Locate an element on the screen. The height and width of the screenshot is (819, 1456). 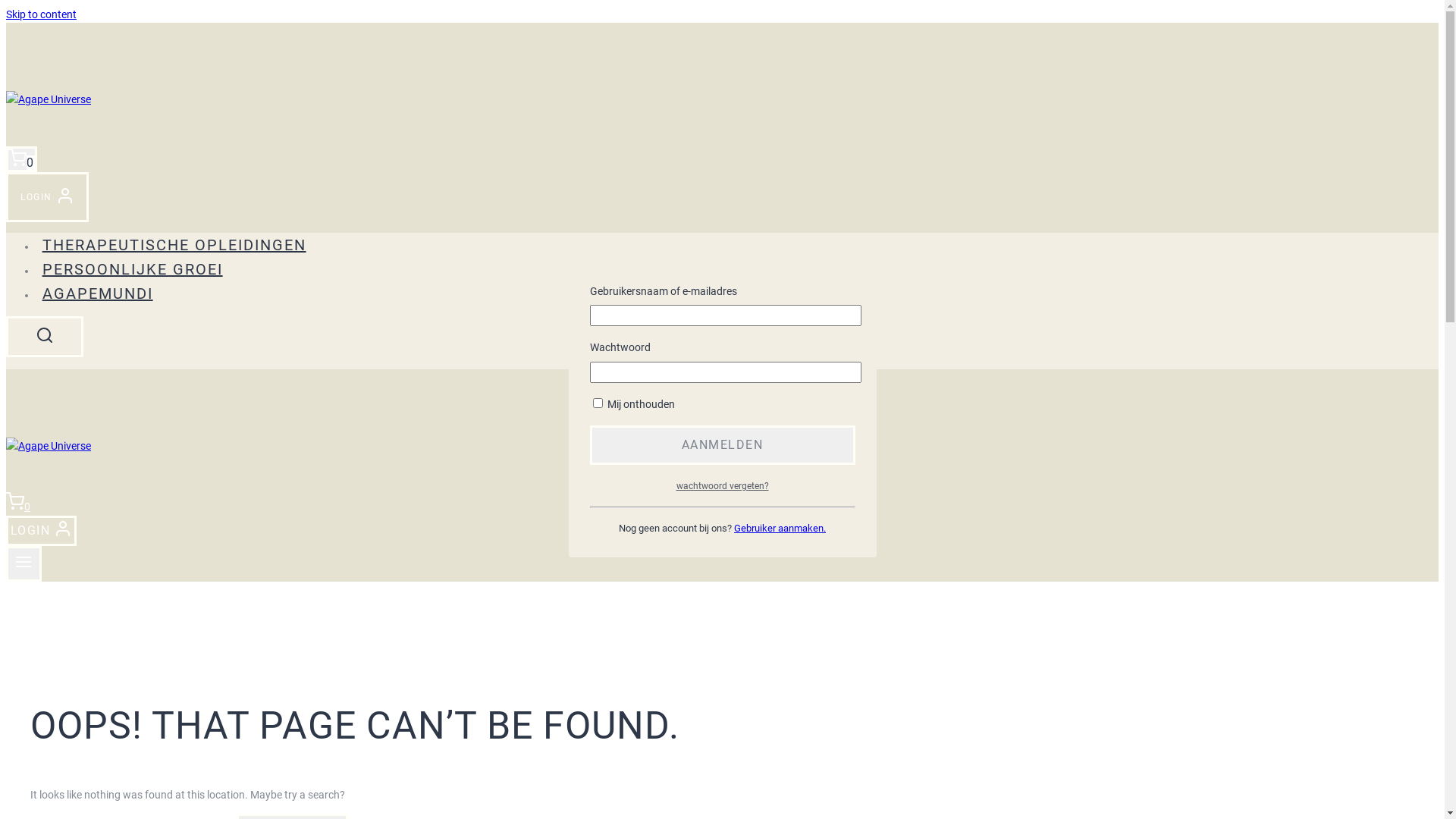
'TOGGLE MENU' is located at coordinates (24, 563).